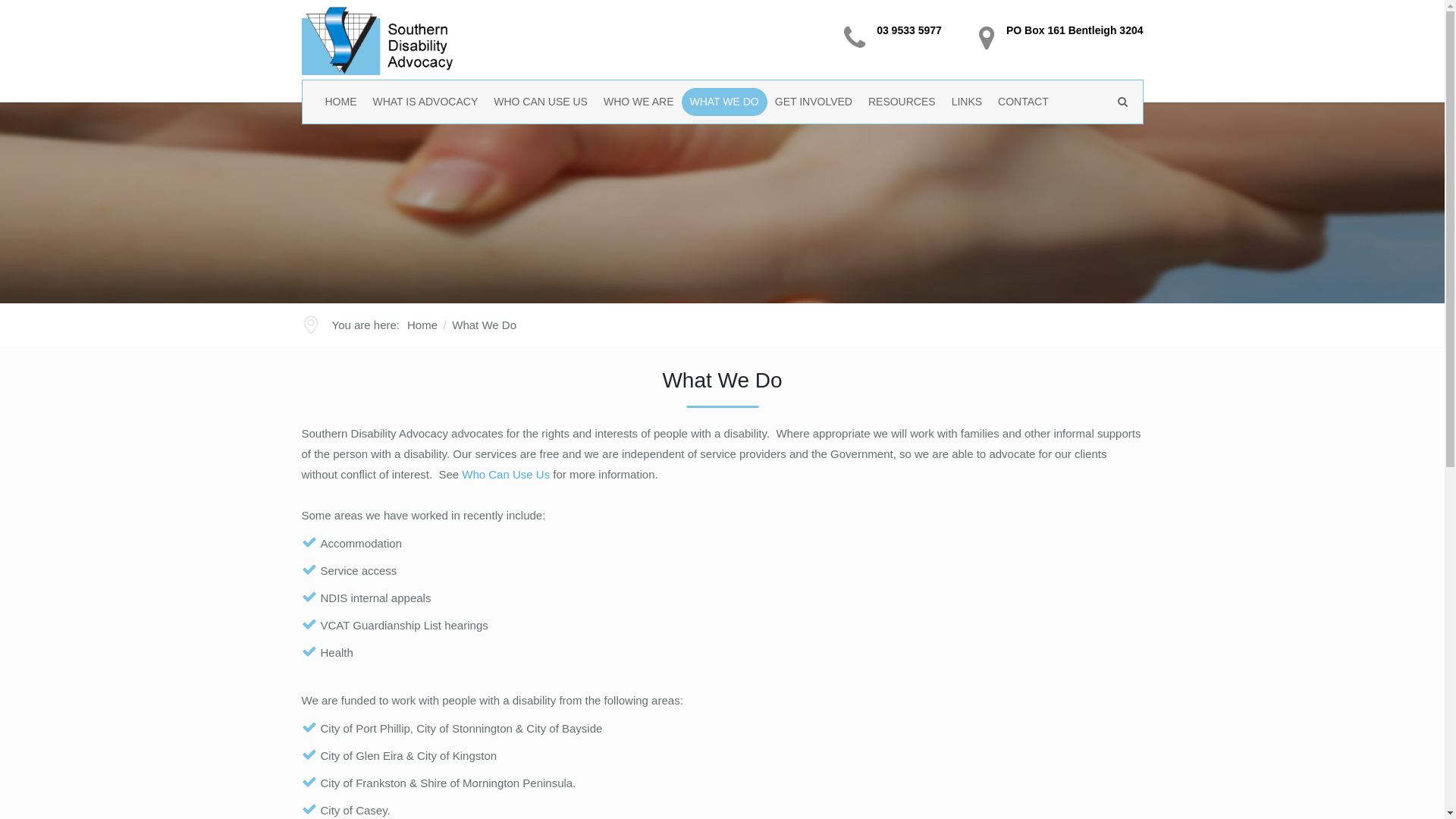 The width and height of the screenshot is (1456, 819). What do you see at coordinates (422, 324) in the screenshot?
I see `'Home'` at bounding box center [422, 324].